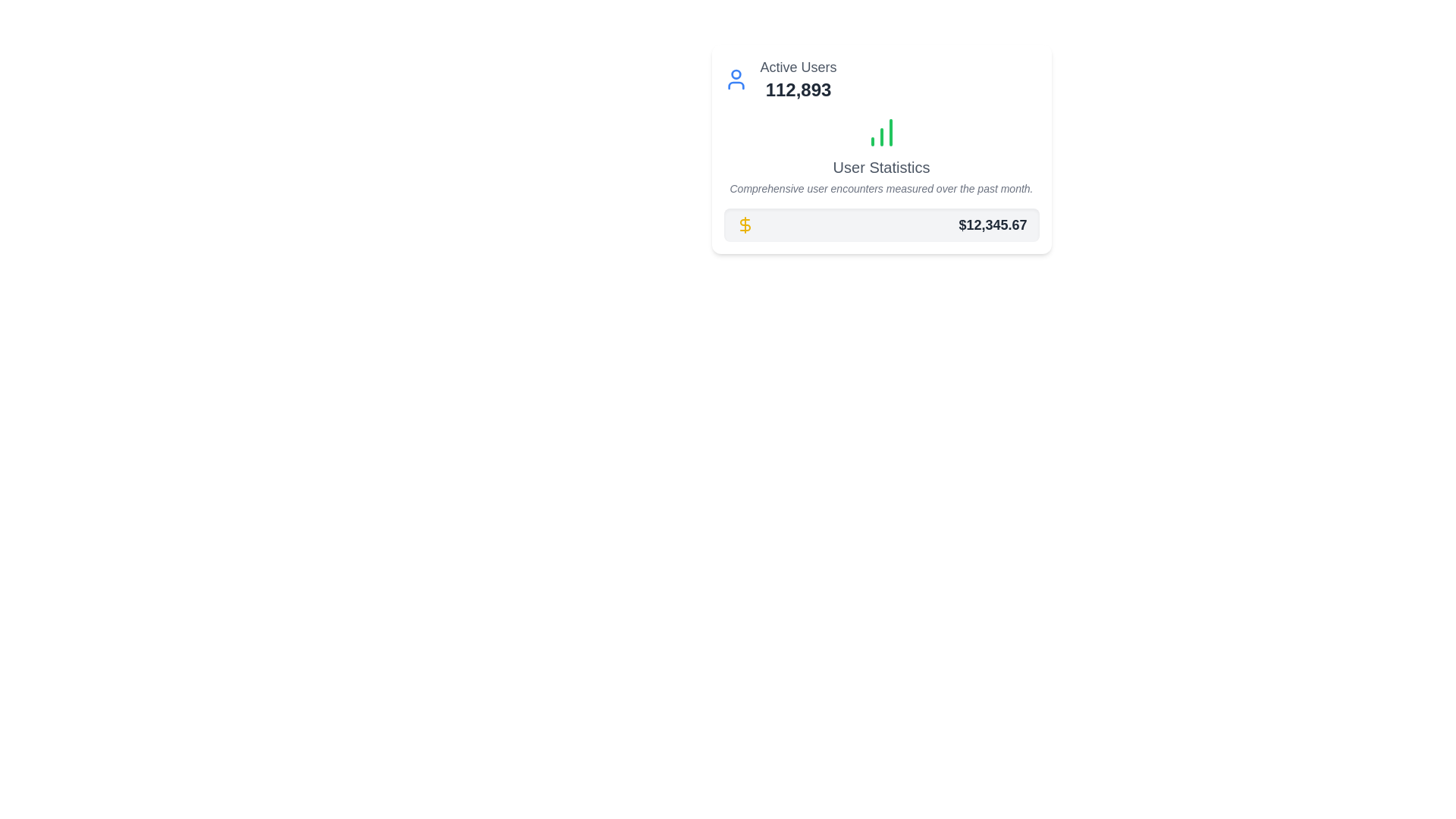 The width and height of the screenshot is (1456, 819). Describe the element at coordinates (881, 131) in the screenshot. I see `the statistical data icon located at the top-central position within the 'User Statistics' card, which is above the text 'User Statistics' and below the user count details` at that location.